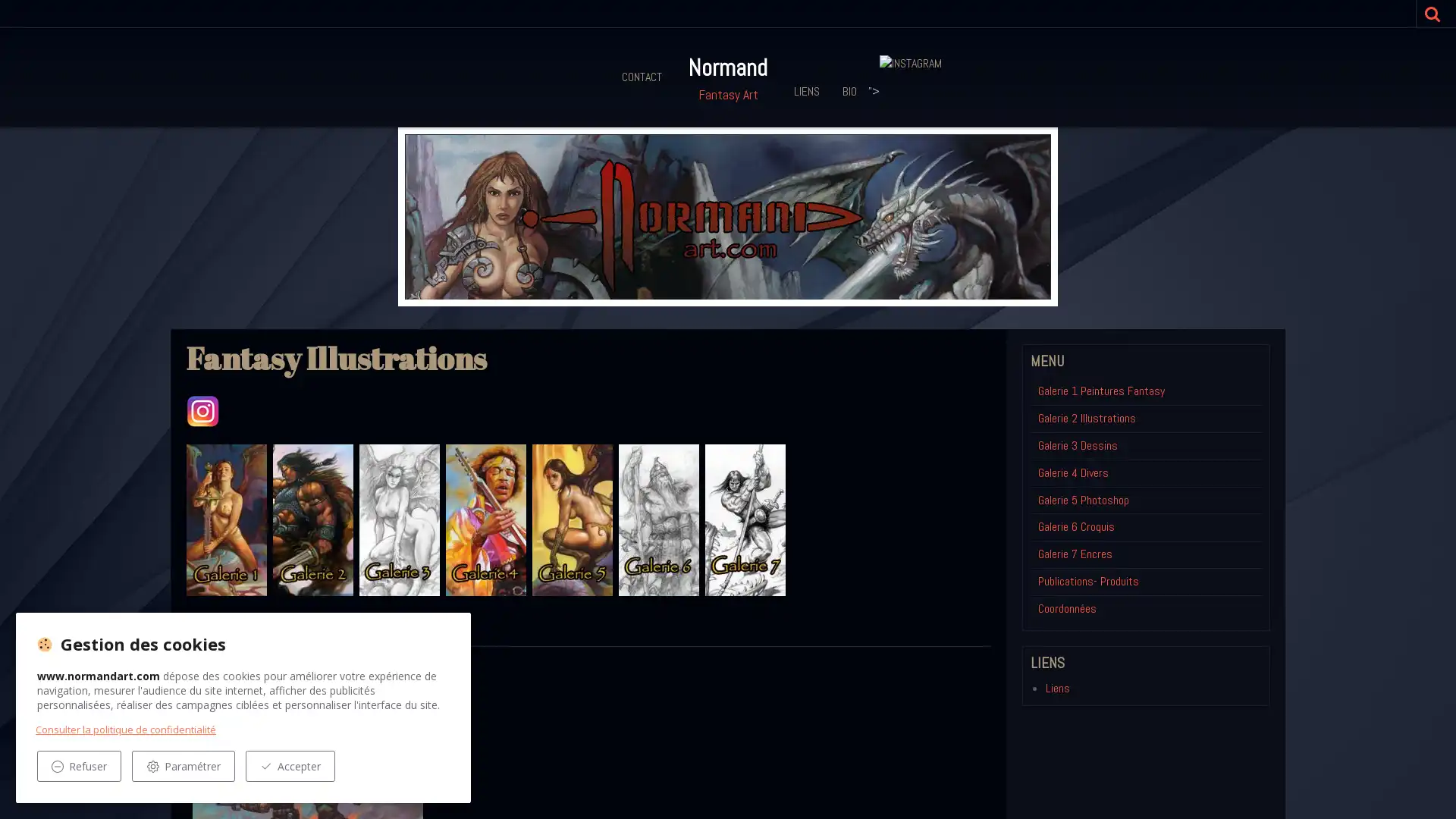  I want to click on Parametrer, so click(182, 766).